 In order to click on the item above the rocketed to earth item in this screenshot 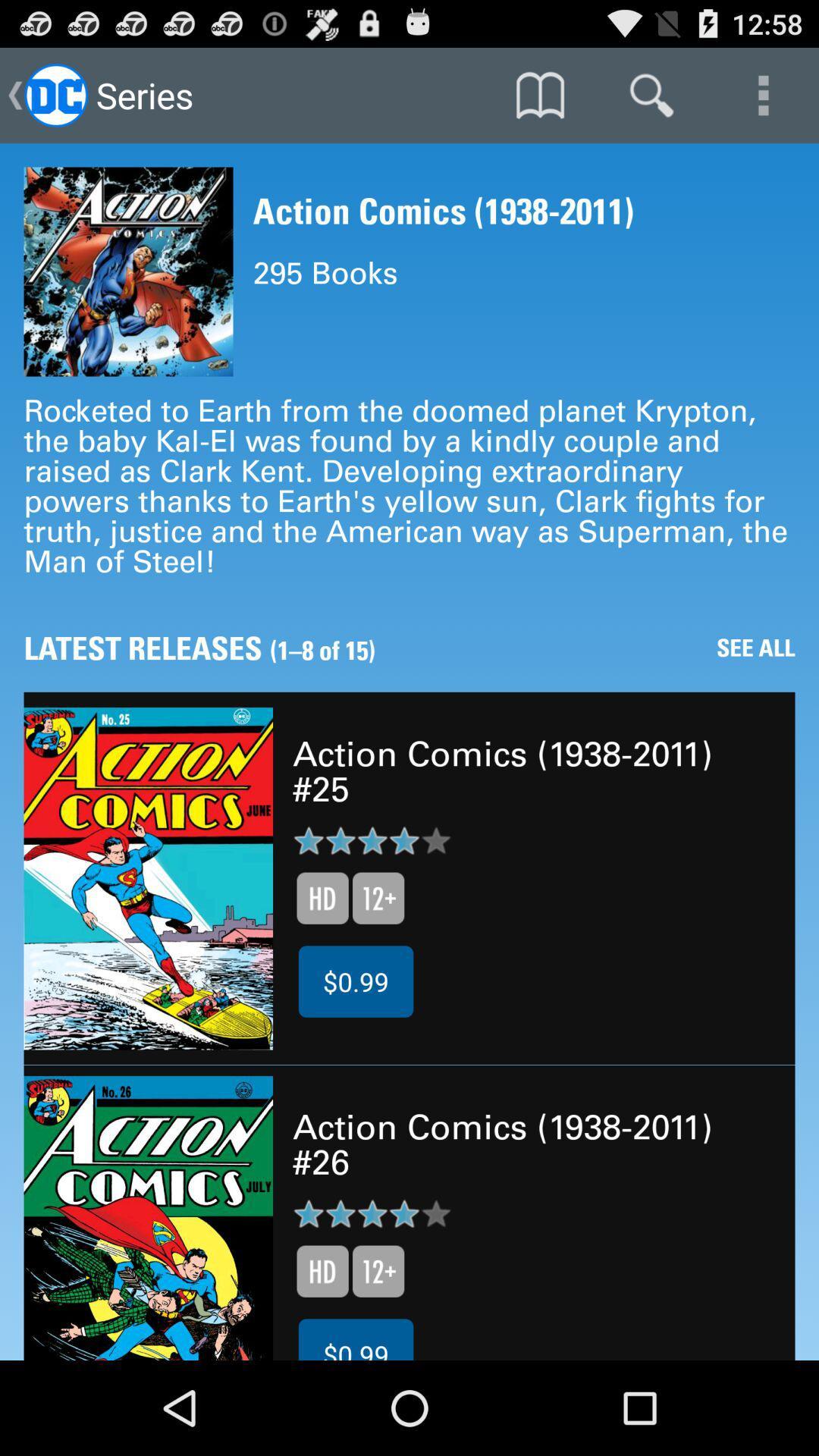, I will do `click(763, 94)`.